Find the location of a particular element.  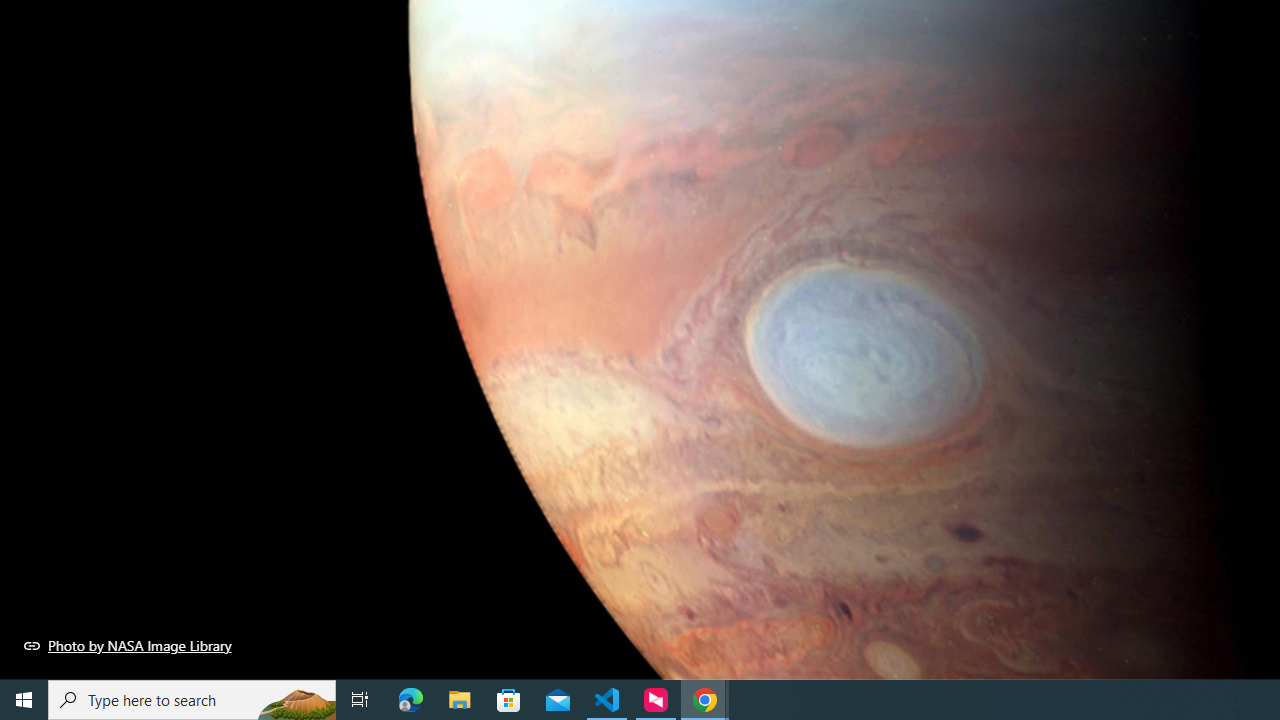

'Task View' is located at coordinates (359, 698).